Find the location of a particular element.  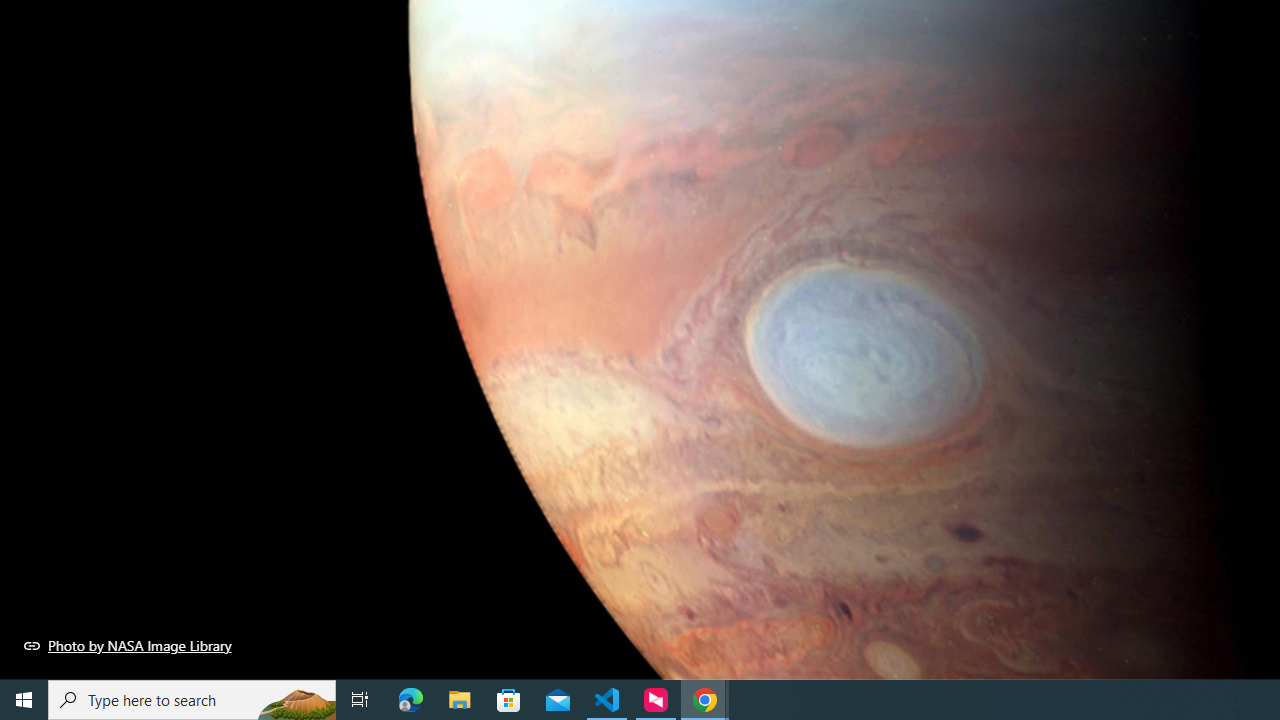

'Task View' is located at coordinates (359, 698).